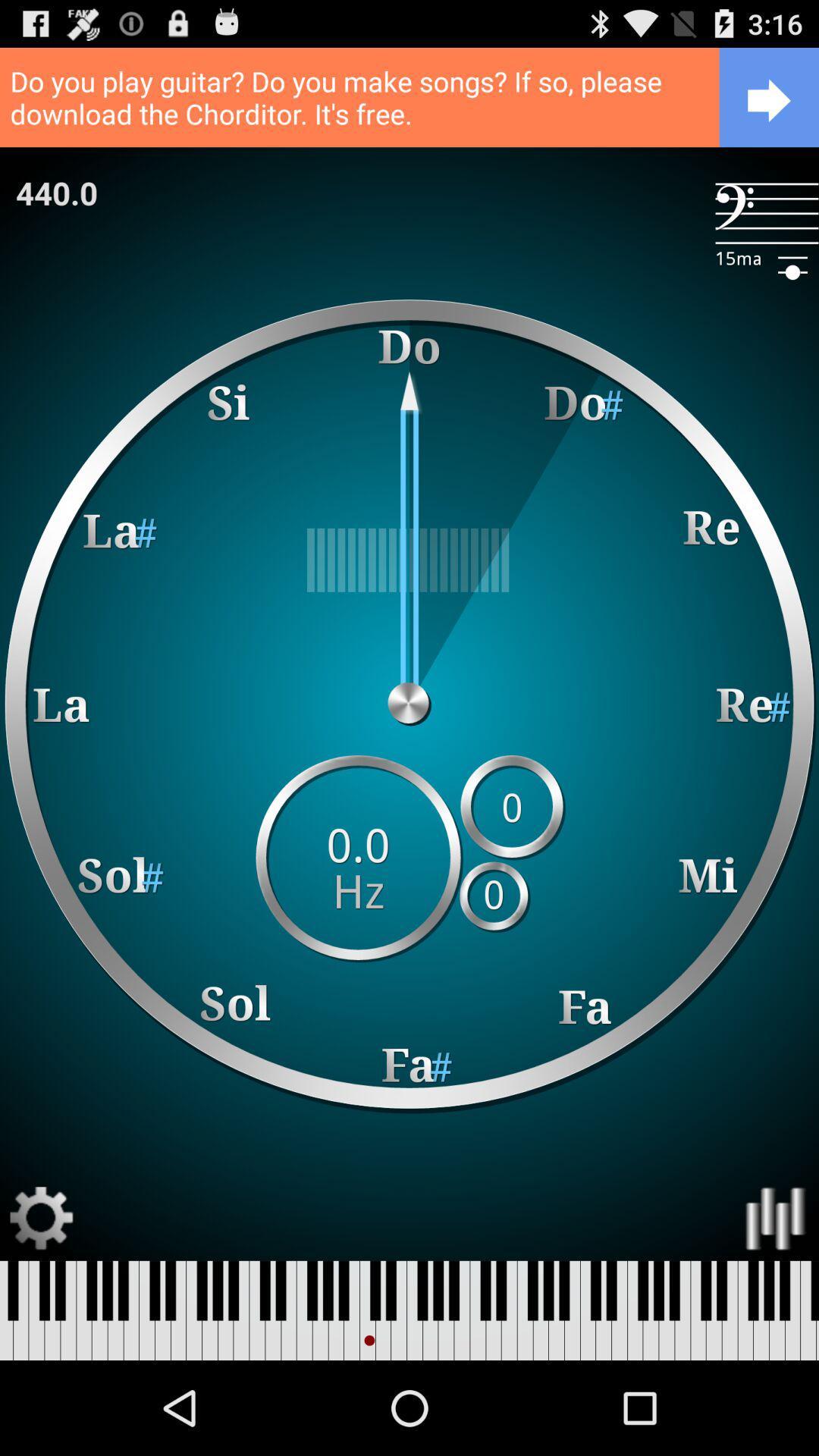 The image size is (819, 1456). What do you see at coordinates (777, 1304) in the screenshot?
I see `the pause icon` at bounding box center [777, 1304].